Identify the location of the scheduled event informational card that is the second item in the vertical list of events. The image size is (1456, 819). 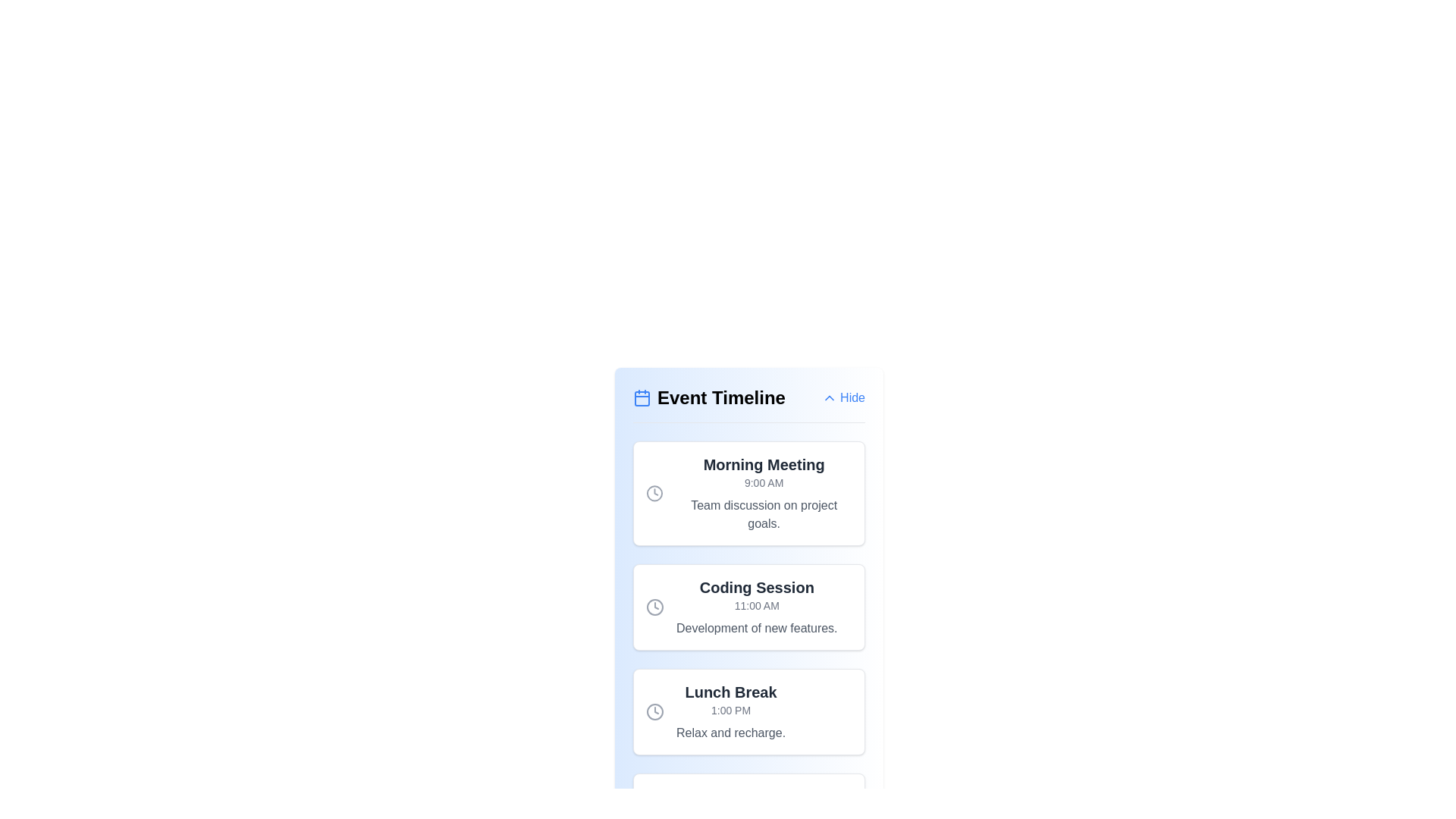
(749, 607).